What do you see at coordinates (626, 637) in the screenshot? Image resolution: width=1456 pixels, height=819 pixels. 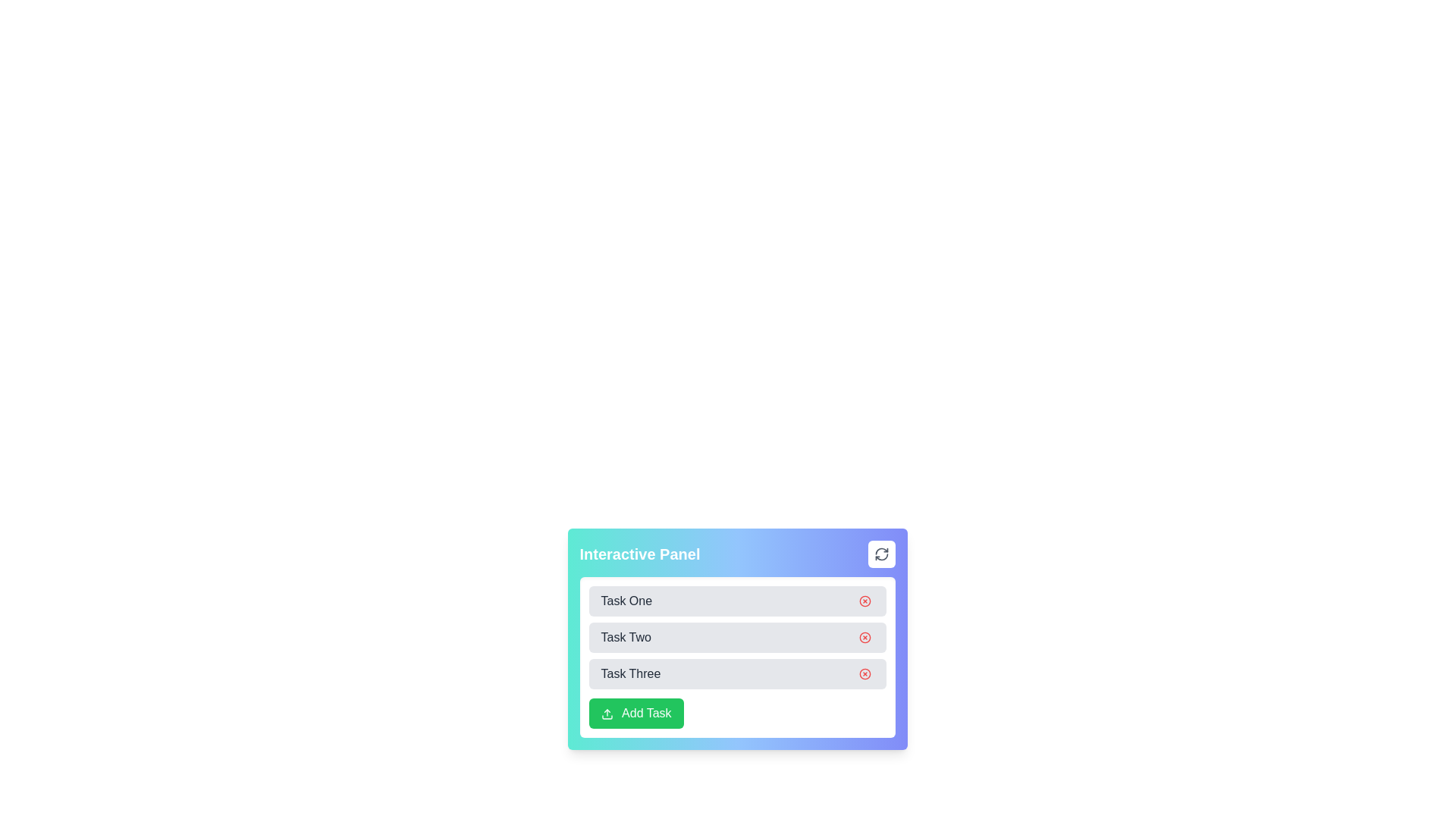 I see `the text label displaying 'Task Two', which is styled in bold dark gray font against a light gray background, located in the second row of the task list` at bounding box center [626, 637].